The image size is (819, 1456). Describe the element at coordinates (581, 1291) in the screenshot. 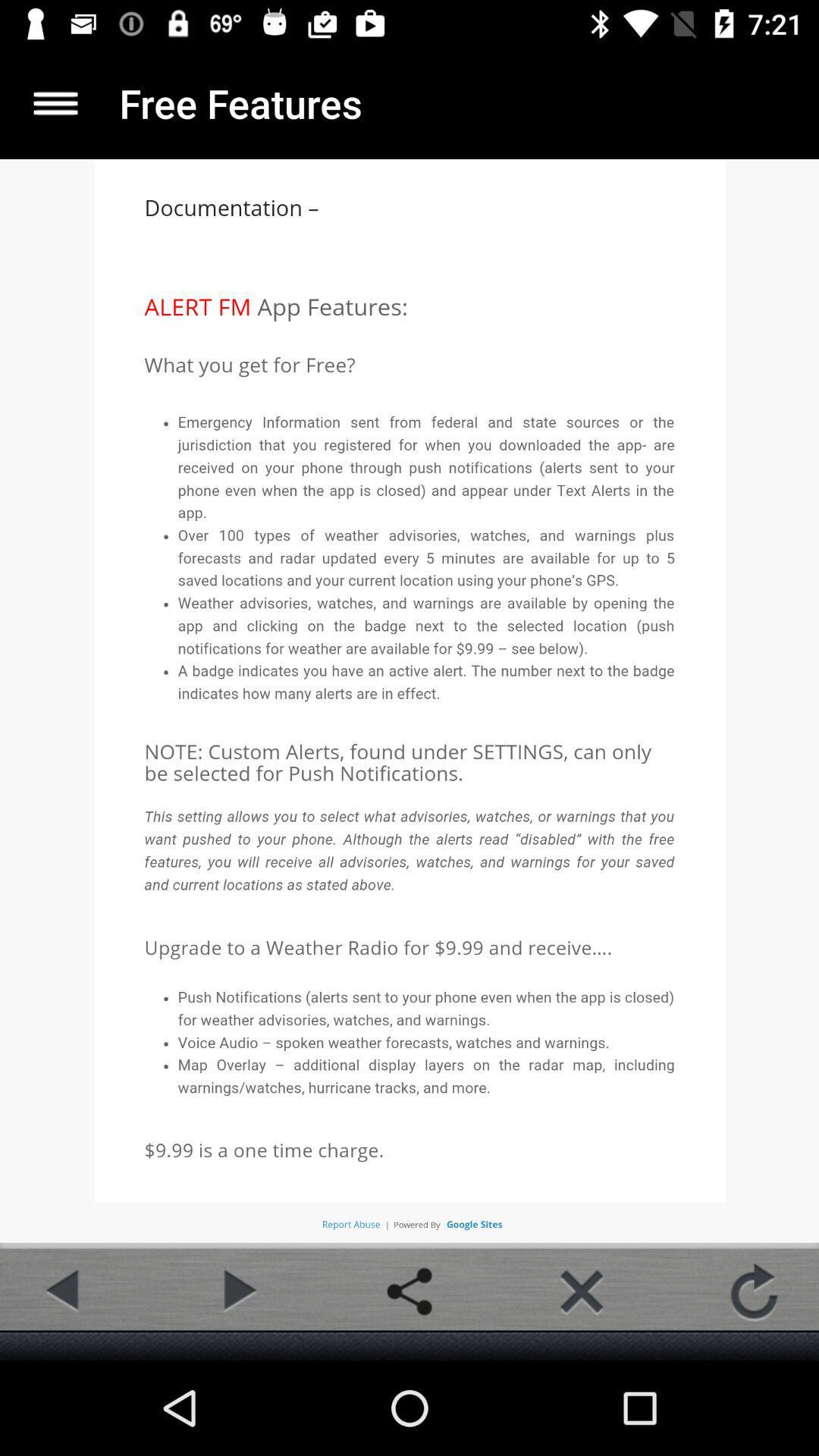

I see `the close icon` at that location.